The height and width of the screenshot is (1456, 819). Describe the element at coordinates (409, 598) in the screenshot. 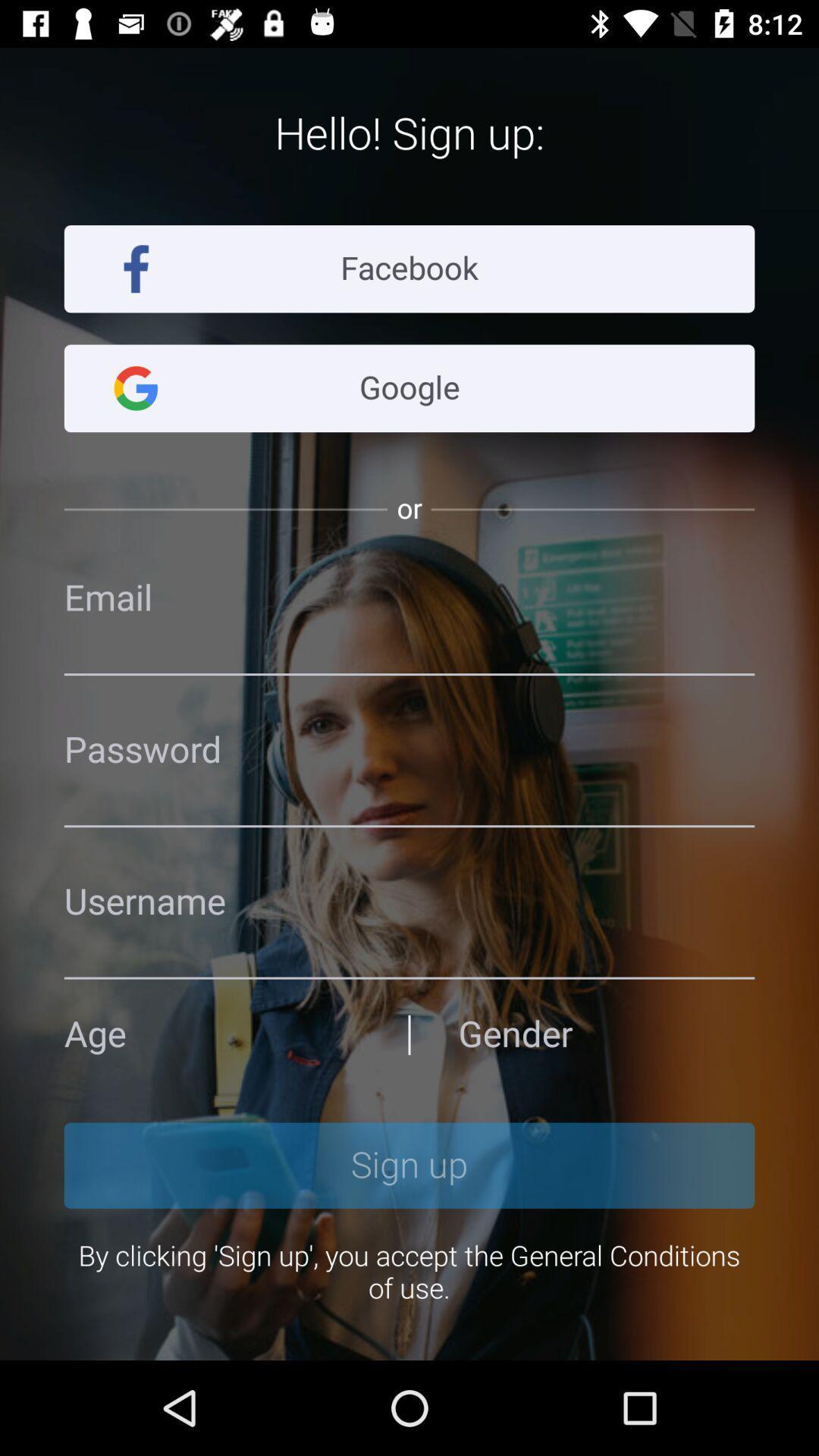

I see `email the option` at that location.